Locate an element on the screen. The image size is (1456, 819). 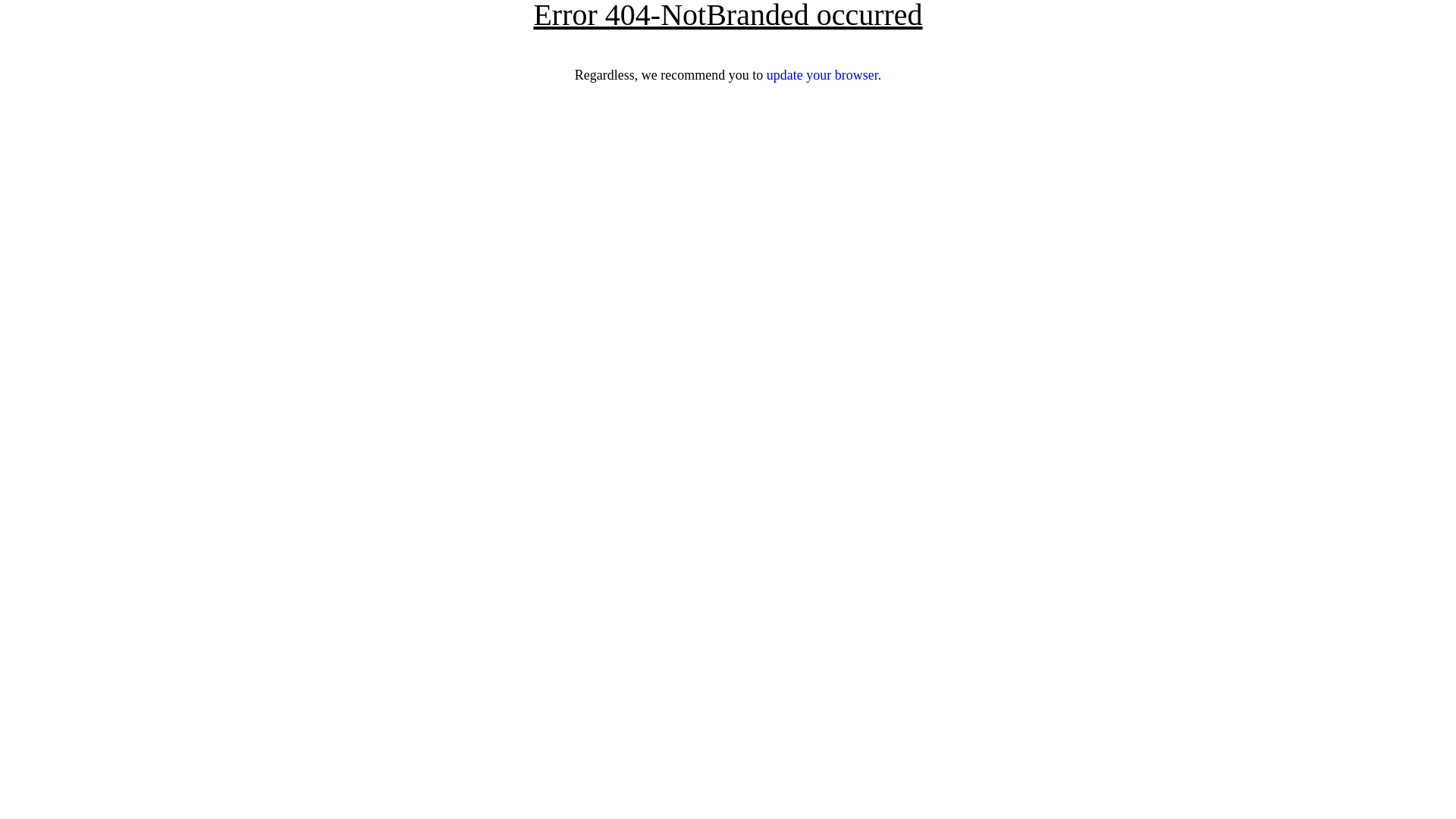
'update your browser.' is located at coordinates (767, 75).